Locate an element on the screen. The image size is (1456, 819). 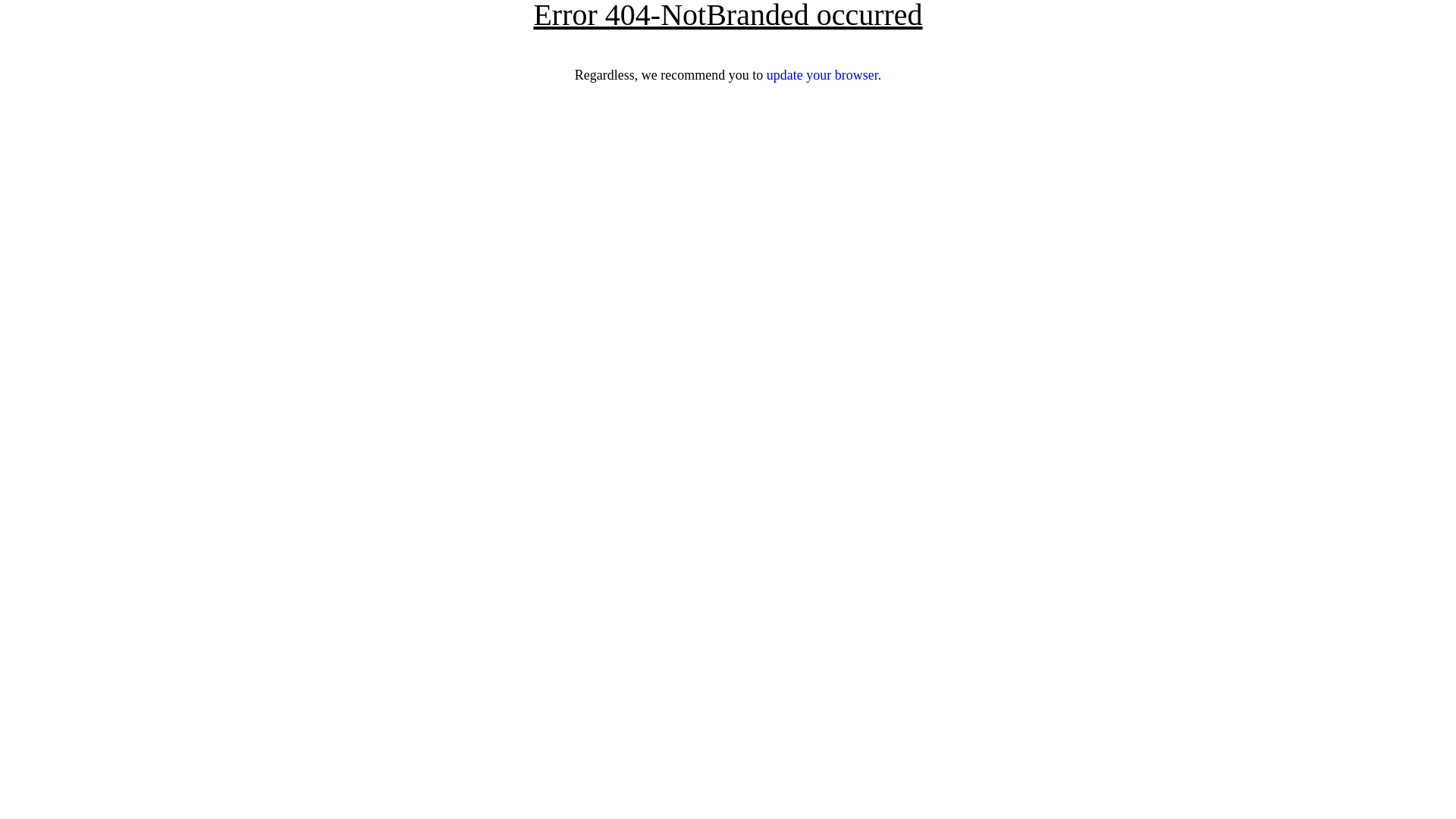
'update your browser.' is located at coordinates (767, 75).